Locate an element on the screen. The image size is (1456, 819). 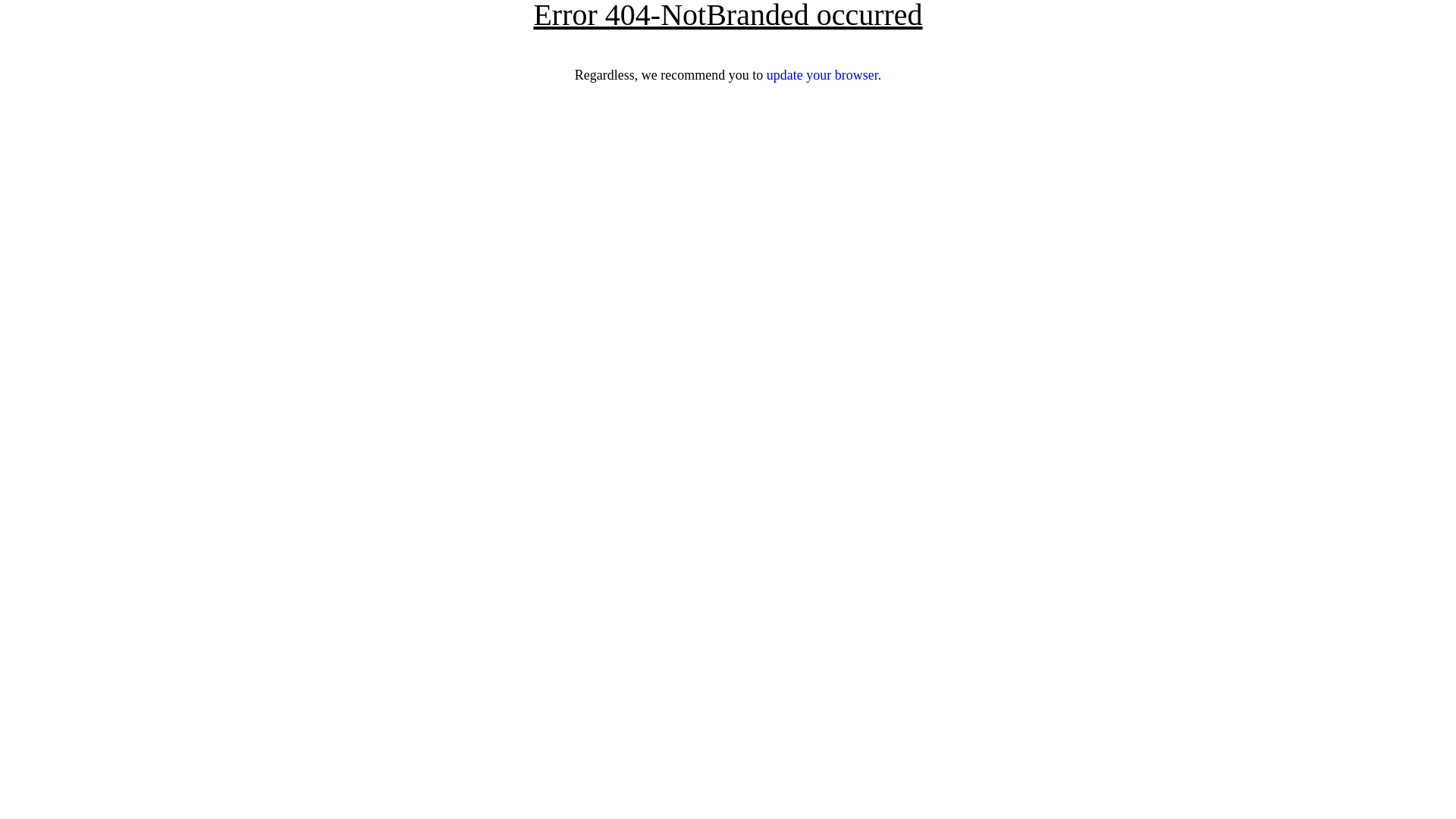
'update your browser.' is located at coordinates (767, 75).